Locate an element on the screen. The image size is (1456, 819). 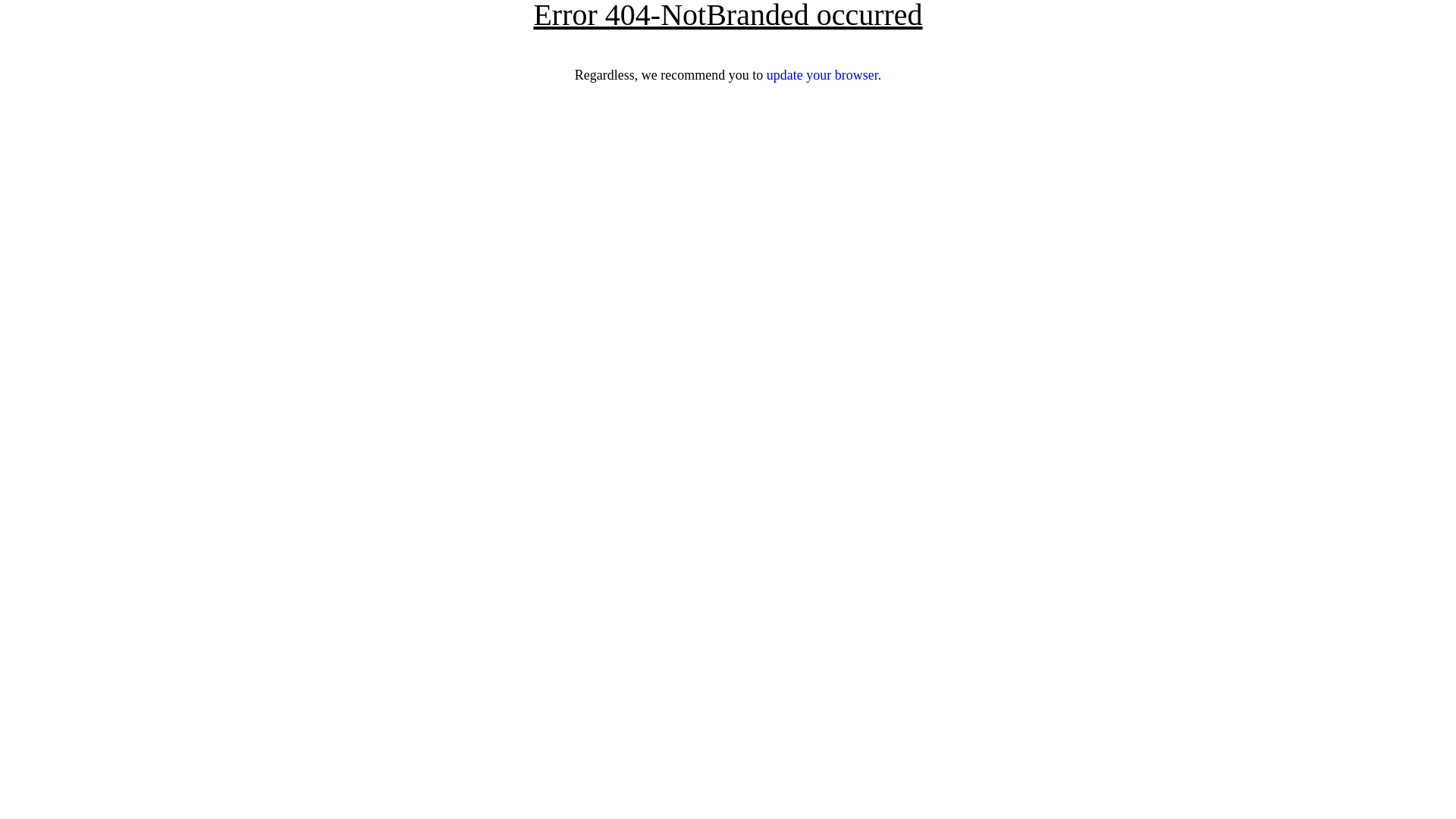
'update your browser.' is located at coordinates (767, 75).